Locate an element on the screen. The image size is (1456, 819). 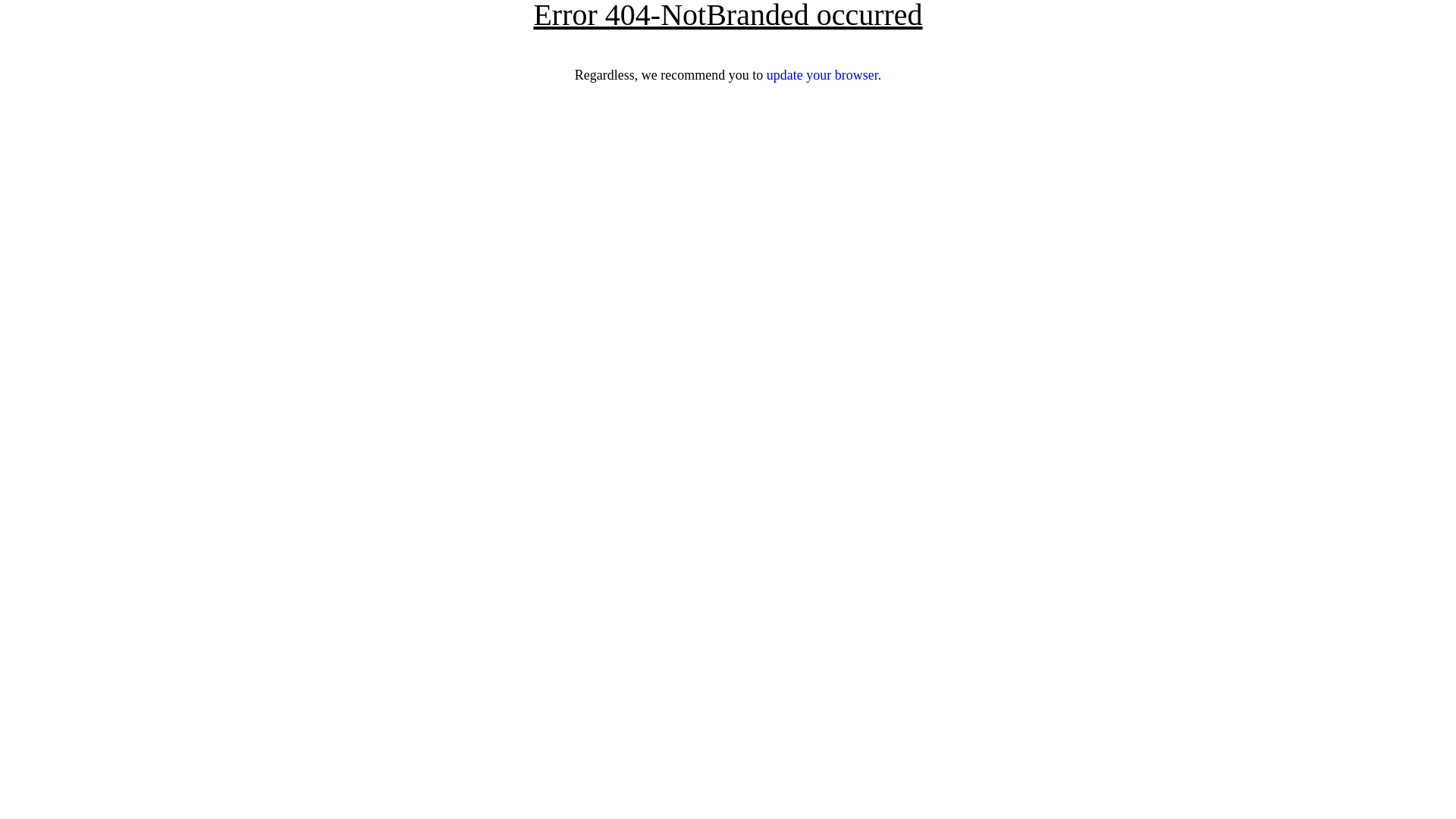
'update your browser.' is located at coordinates (767, 75).